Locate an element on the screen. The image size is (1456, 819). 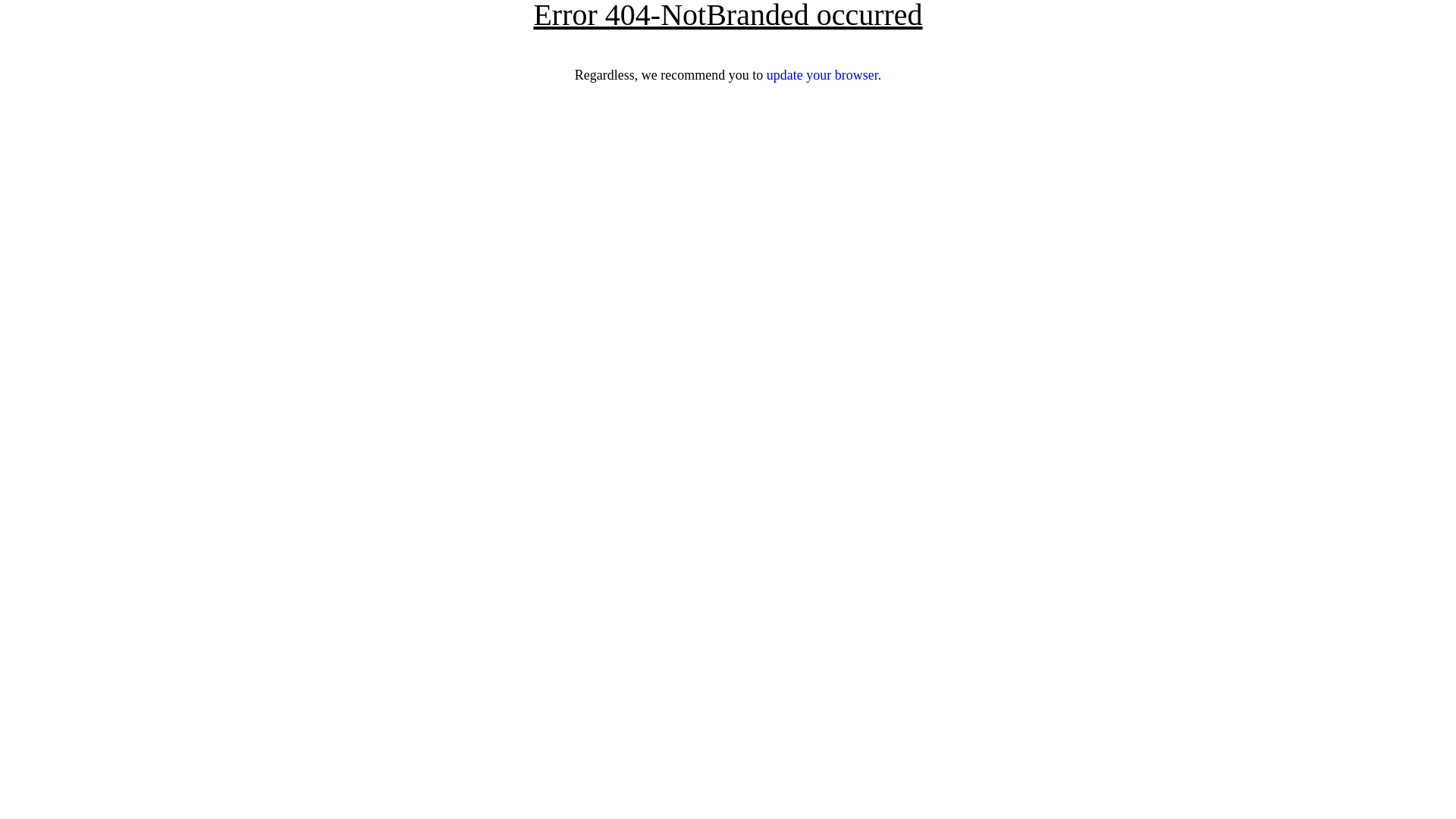
'update your browser.' is located at coordinates (767, 75).